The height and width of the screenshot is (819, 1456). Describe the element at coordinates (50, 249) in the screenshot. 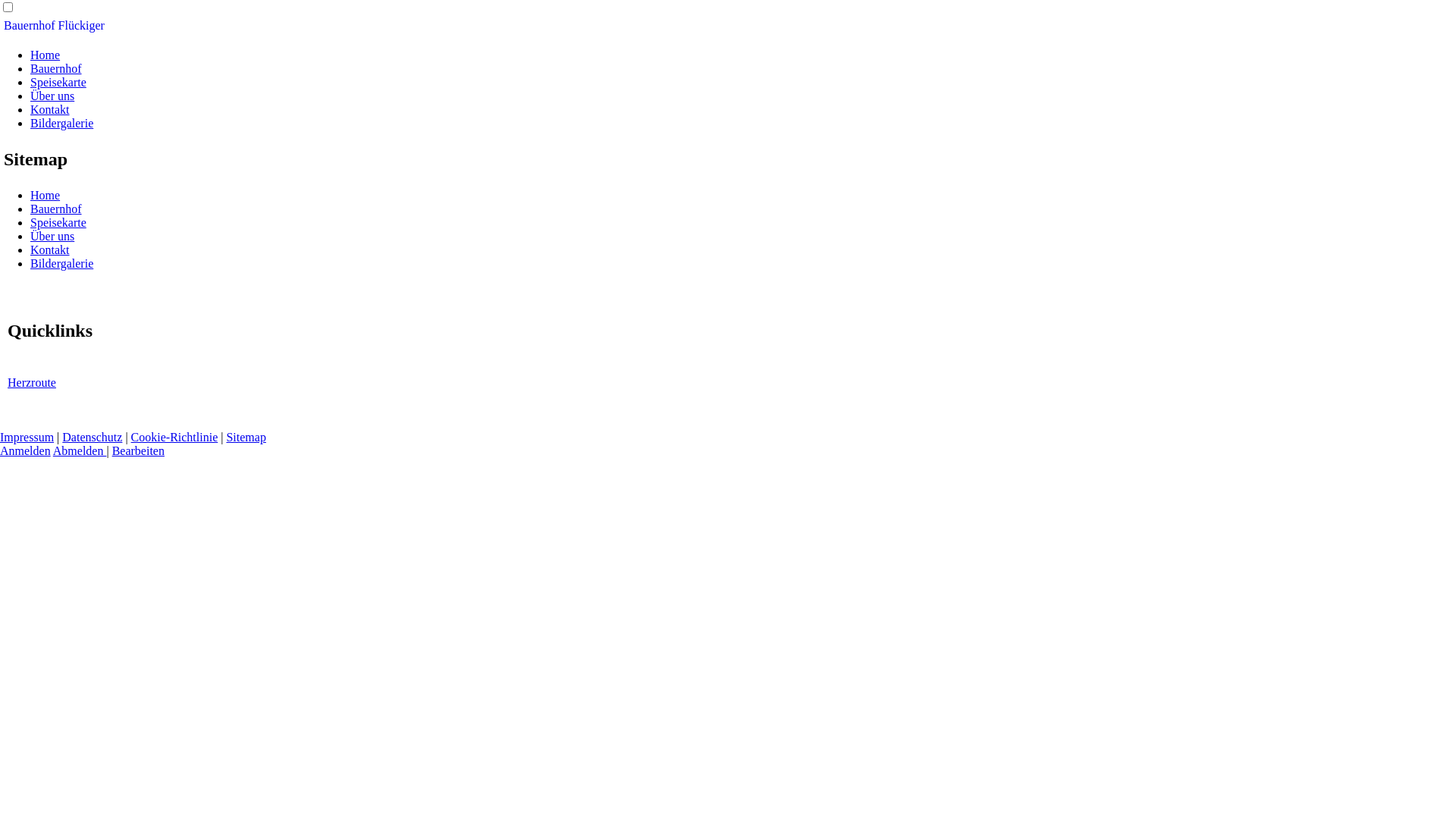

I see `'Kontakt'` at that location.